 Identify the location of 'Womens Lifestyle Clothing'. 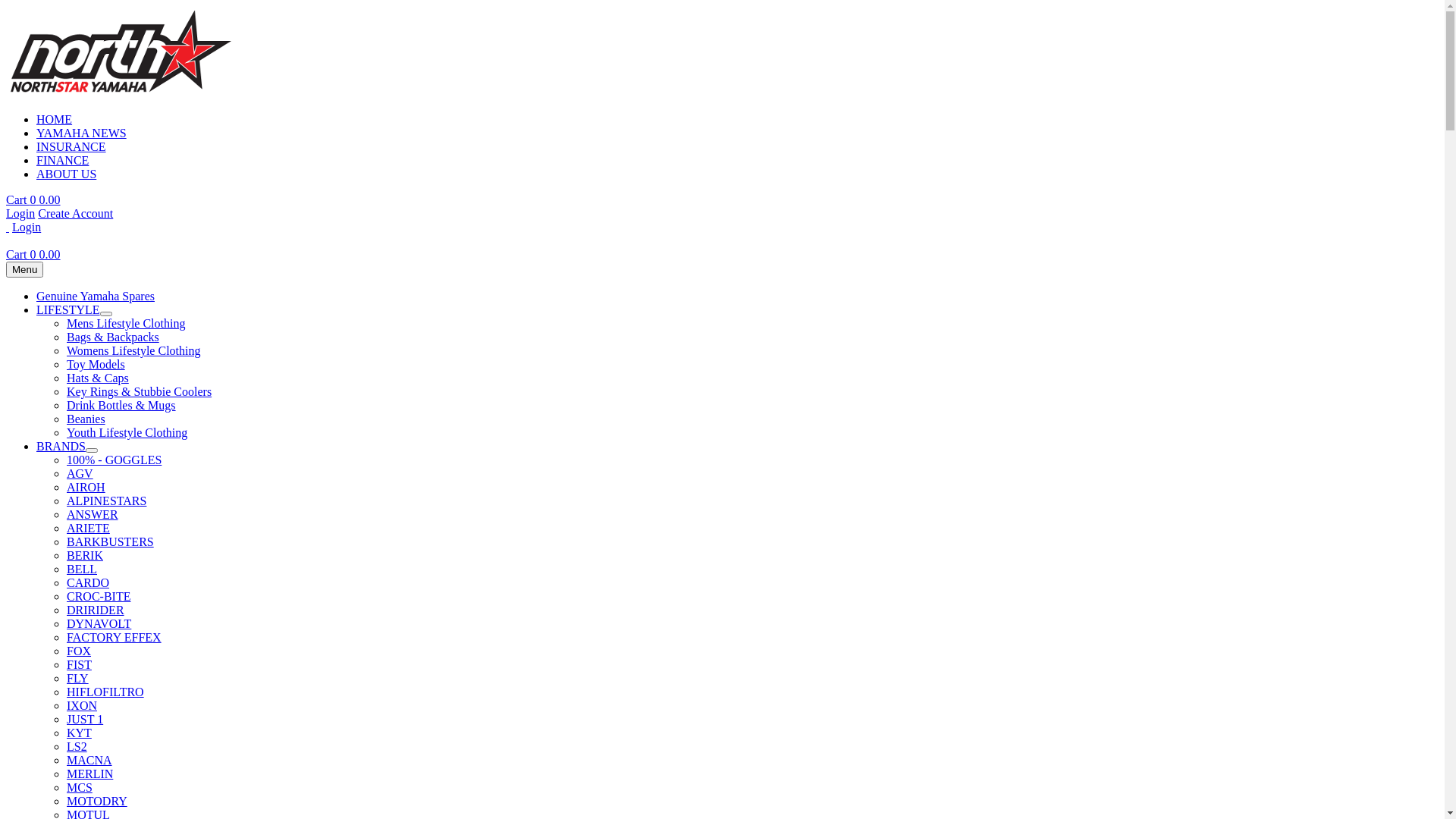
(133, 350).